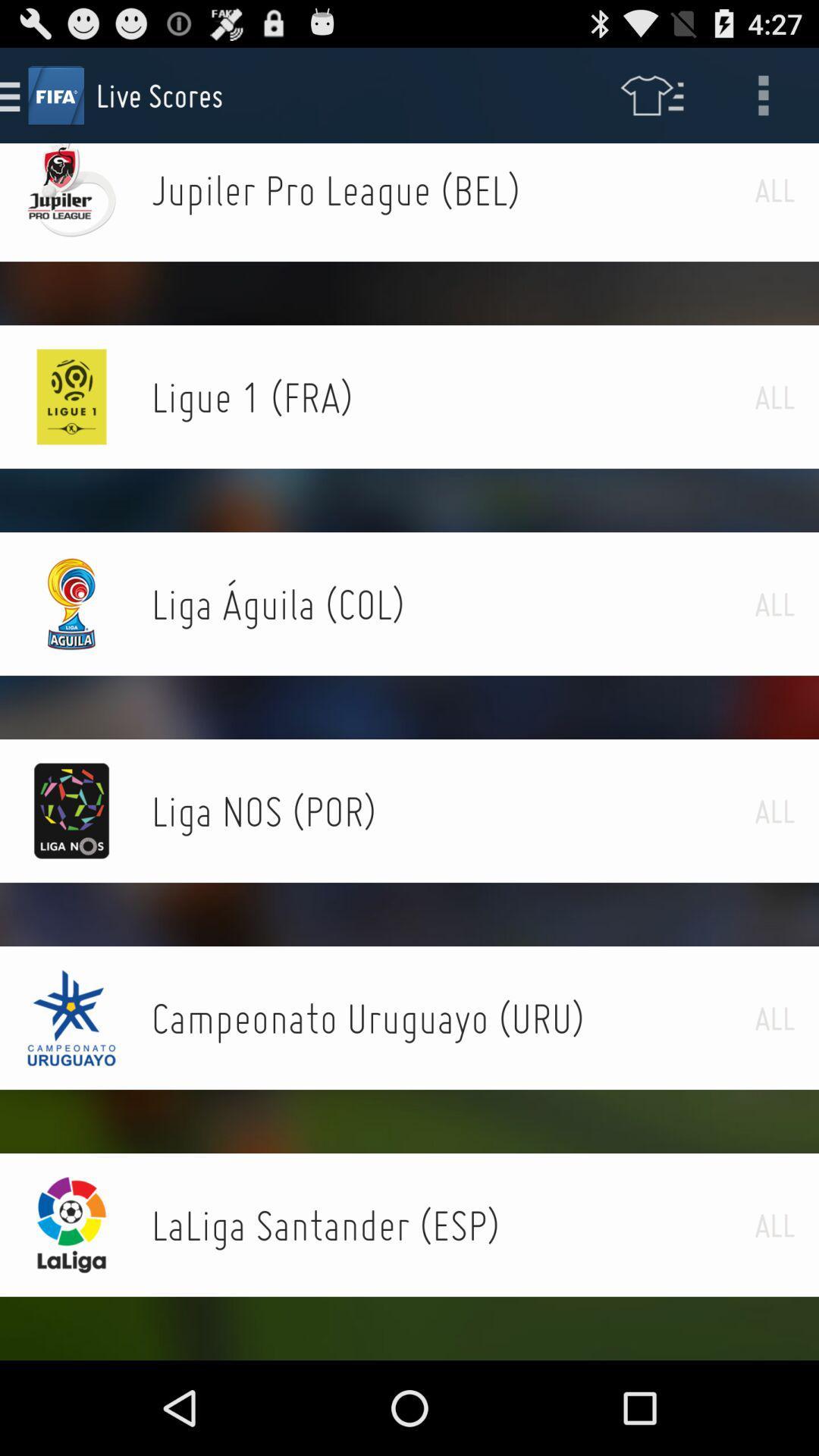 The height and width of the screenshot is (1456, 819). What do you see at coordinates (72, 190) in the screenshot?
I see `the image which is to the left side of jupiler pro league bel option` at bounding box center [72, 190].